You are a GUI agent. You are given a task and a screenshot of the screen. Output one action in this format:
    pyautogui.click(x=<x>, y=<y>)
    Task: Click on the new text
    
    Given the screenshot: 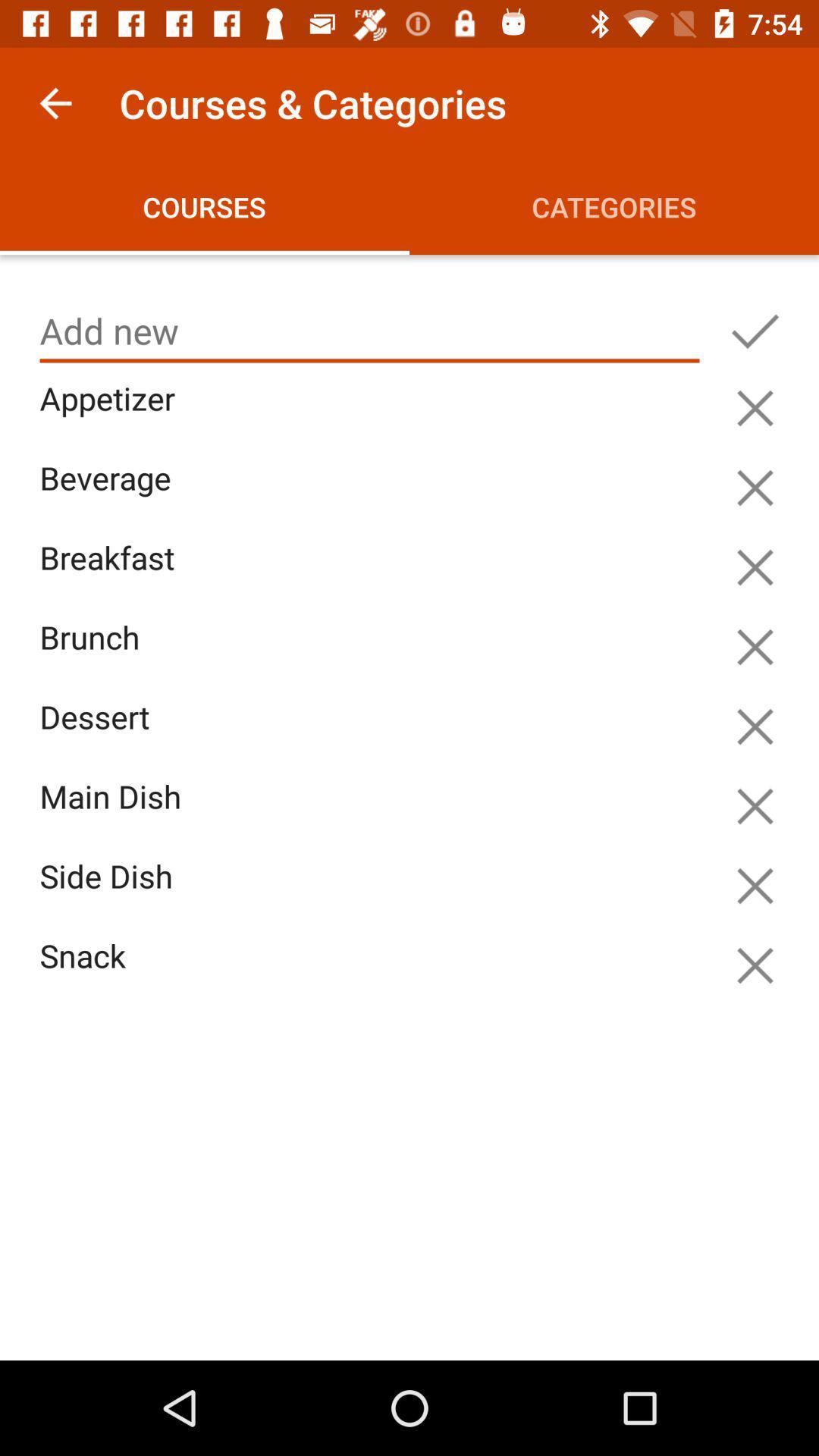 What is the action you would take?
    pyautogui.click(x=755, y=331)
    